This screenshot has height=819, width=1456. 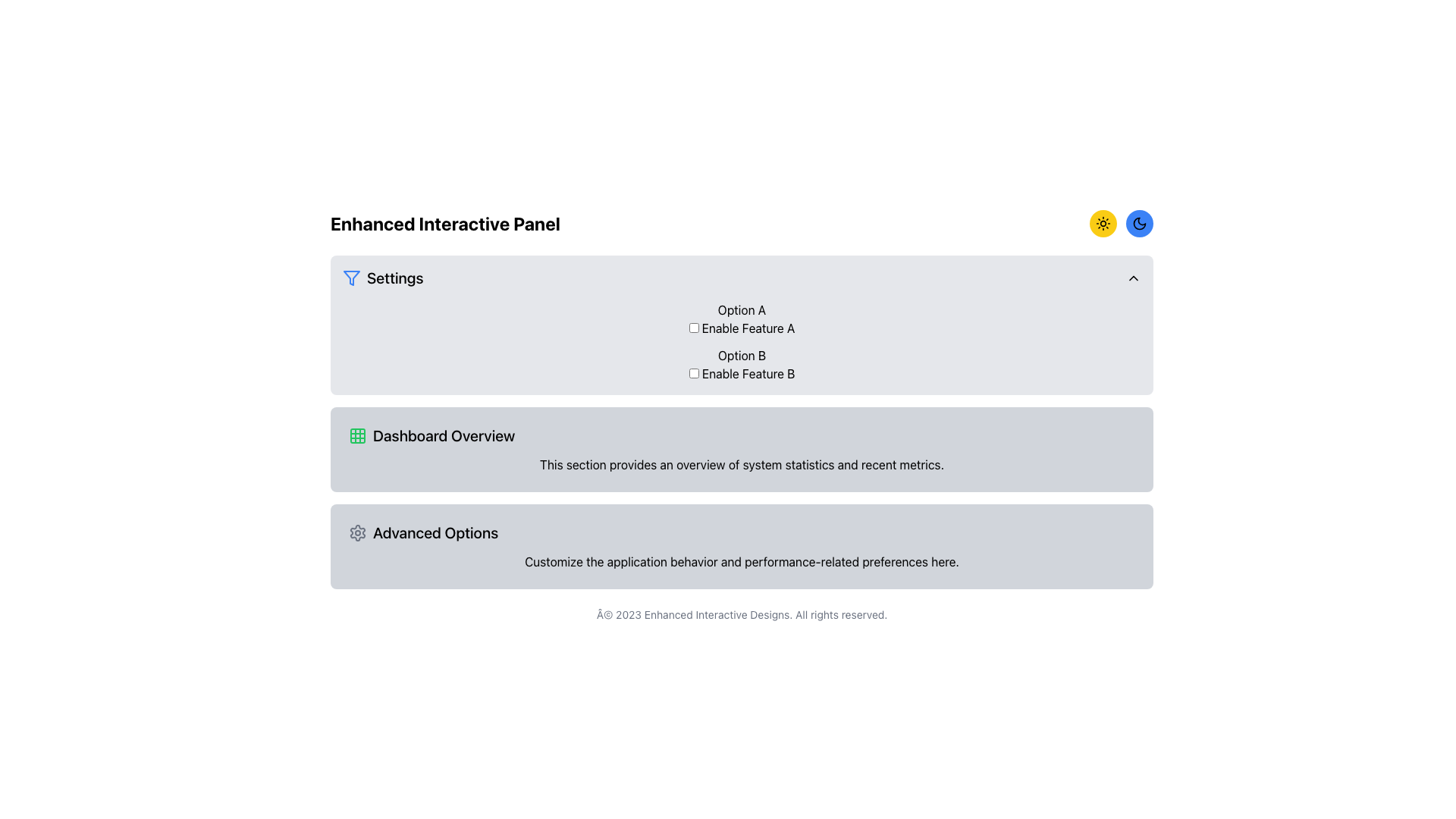 What do you see at coordinates (351, 278) in the screenshot?
I see `the blue funnel-shaped 'Filter' icon located at the top-right of the 'Settings' section` at bounding box center [351, 278].